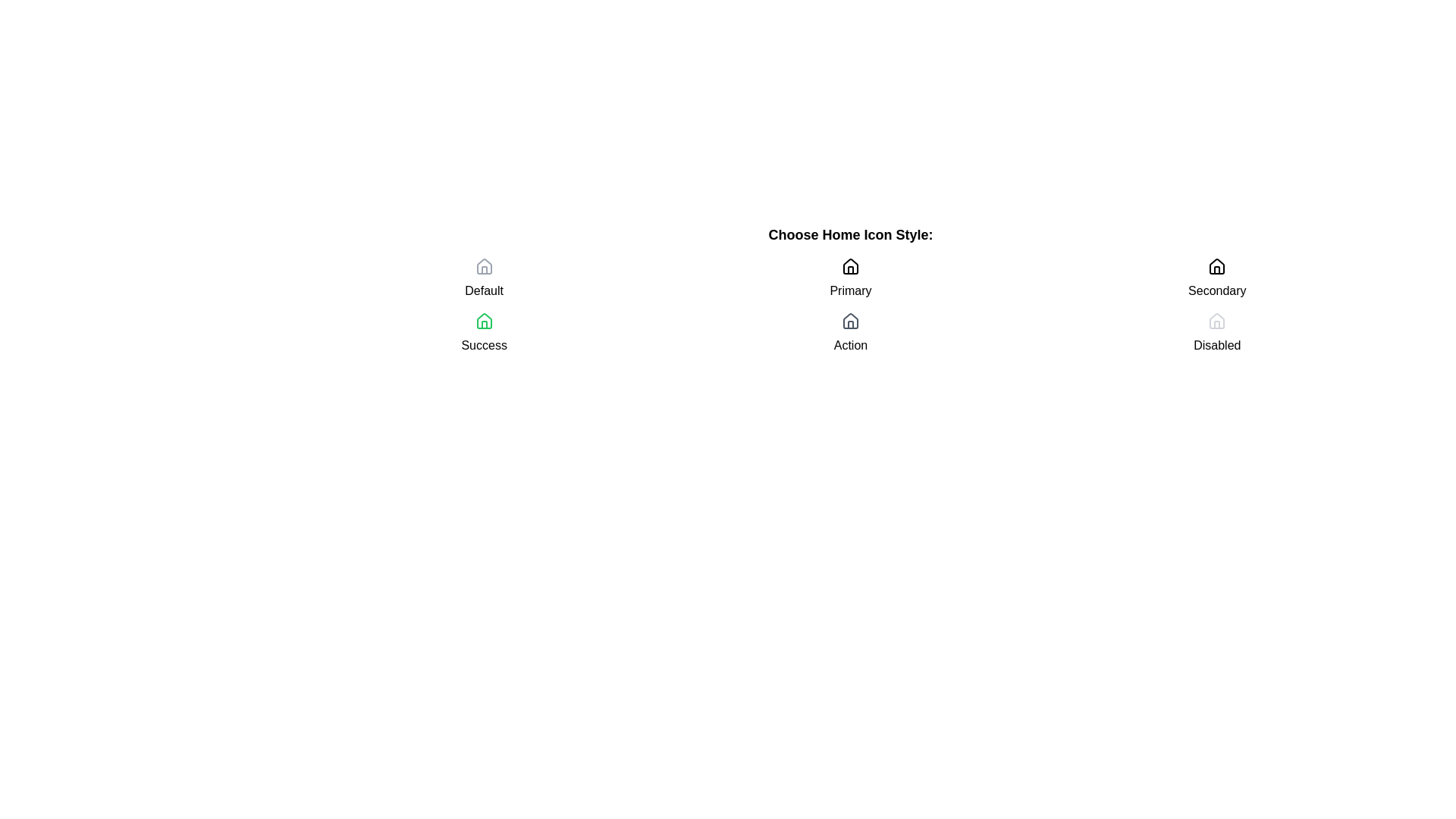  Describe the element at coordinates (851, 291) in the screenshot. I see `the descriptive text label indicating the style or category of the home icon, which is located below the first icon and label pair in the right column, under the heading 'Choose Home Icon Style:' and above the 'Action' label` at that location.